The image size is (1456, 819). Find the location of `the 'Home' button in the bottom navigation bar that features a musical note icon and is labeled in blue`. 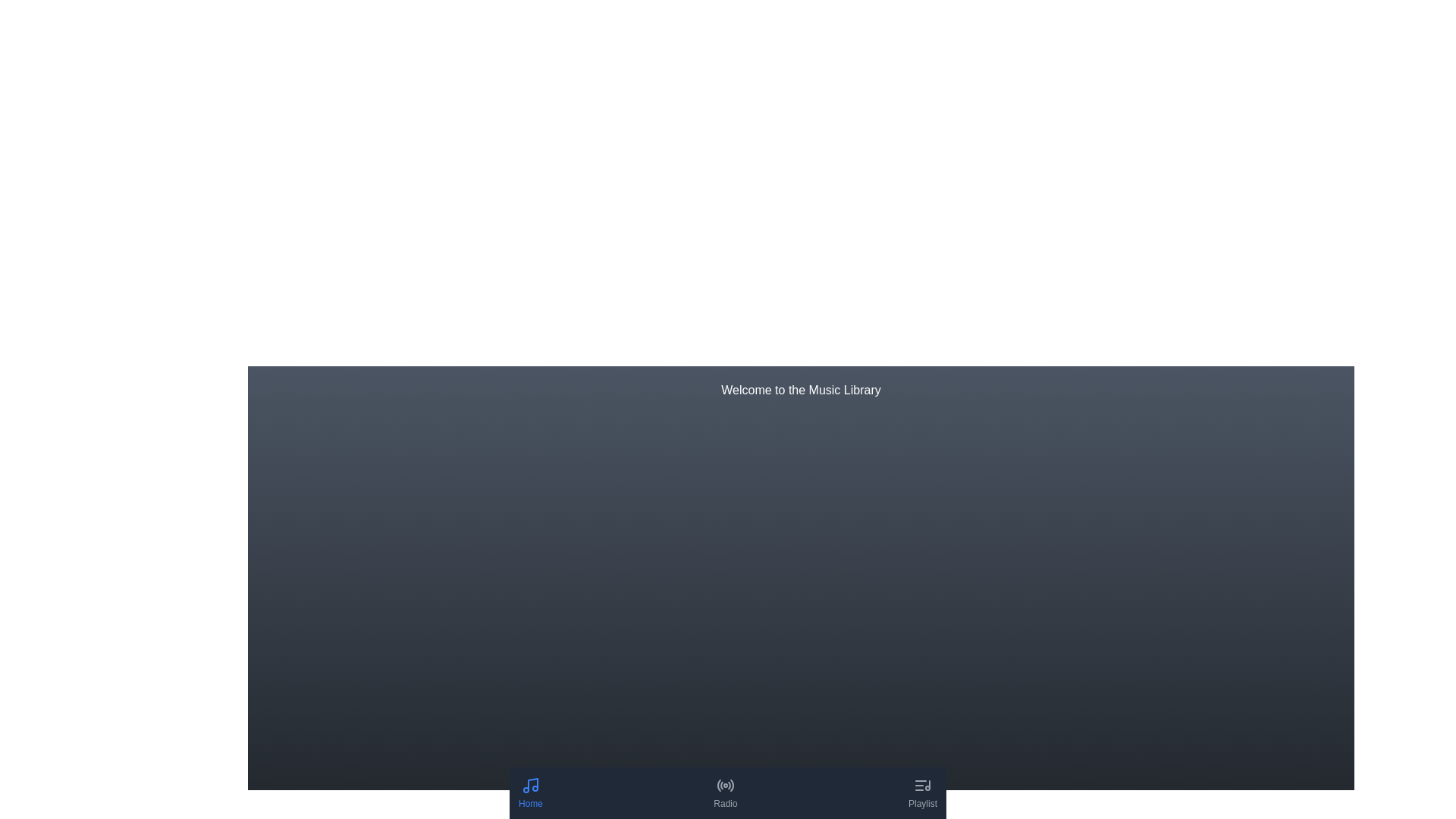

the 'Home' button in the bottom navigation bar that features a musical note icon and is labeled in blue is located at coordinates (531, 792).